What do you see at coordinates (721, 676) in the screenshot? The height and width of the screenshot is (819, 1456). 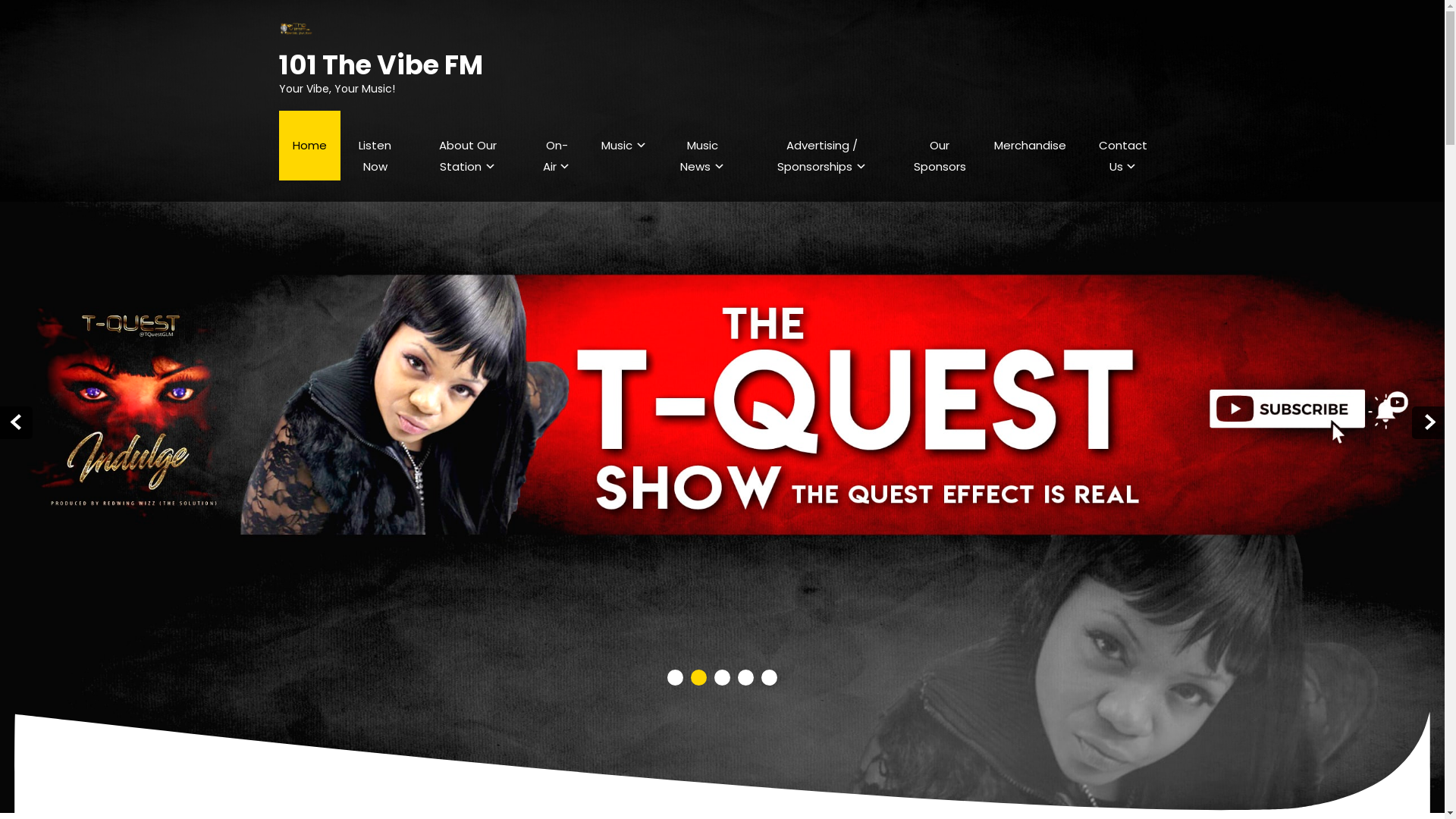 I see `'3'` at bounding box center [721, 676].